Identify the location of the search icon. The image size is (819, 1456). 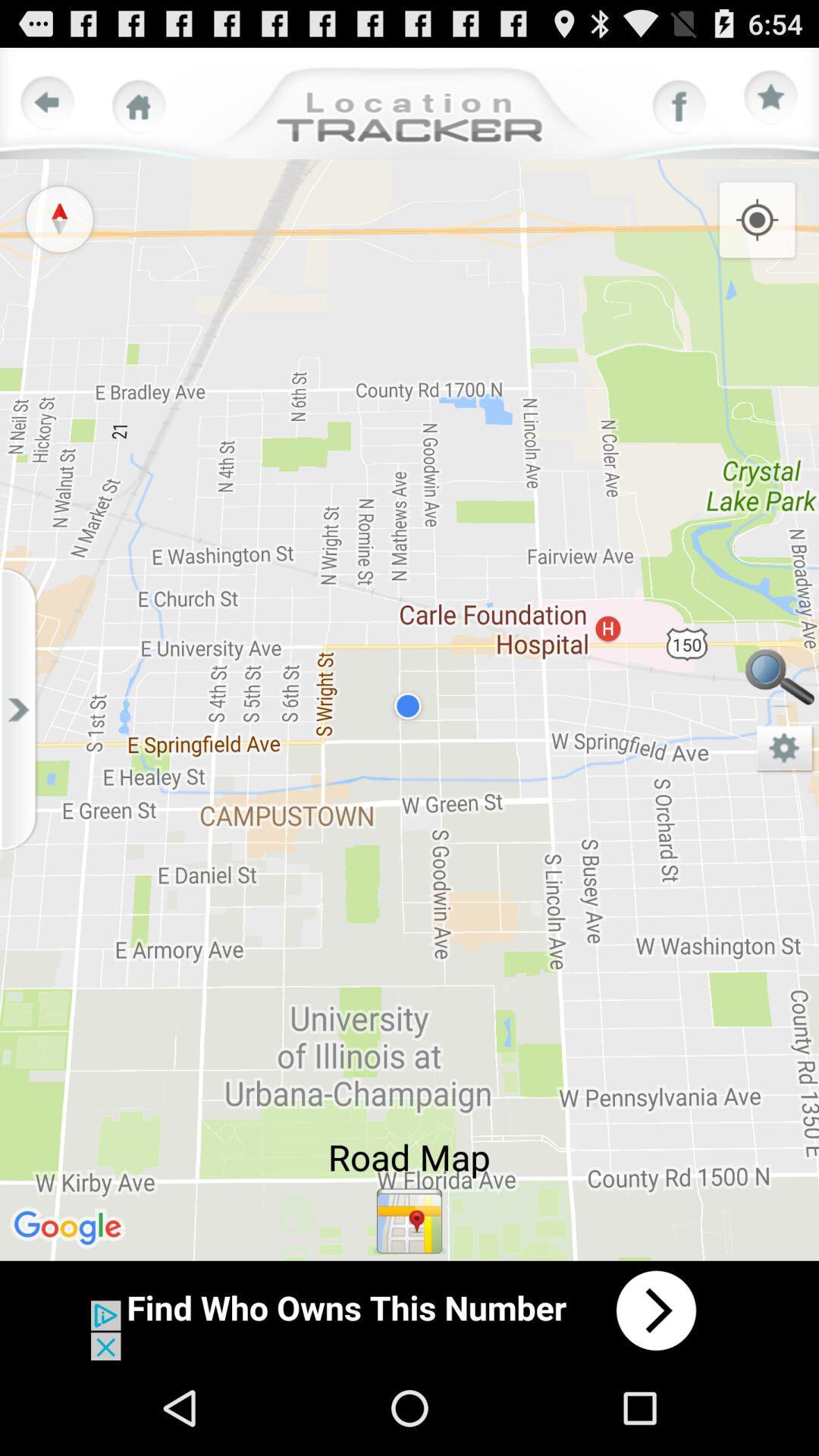
(779, 728).